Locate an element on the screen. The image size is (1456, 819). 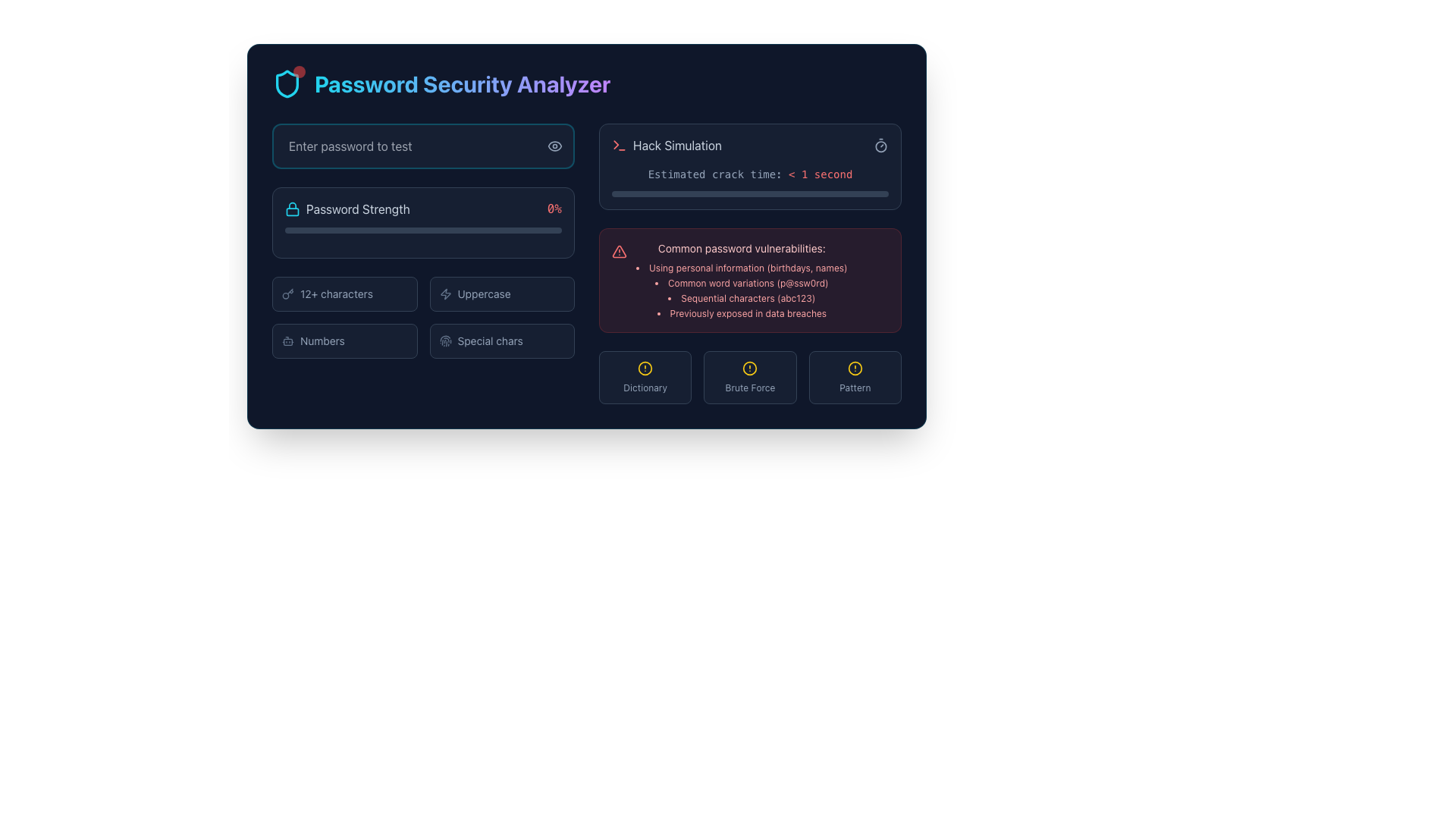
the text label displaying 'Estimated crack time:' located in the 'Hack Simulation' section, above the red text '<1 second' is located at coordinates (717, 174).